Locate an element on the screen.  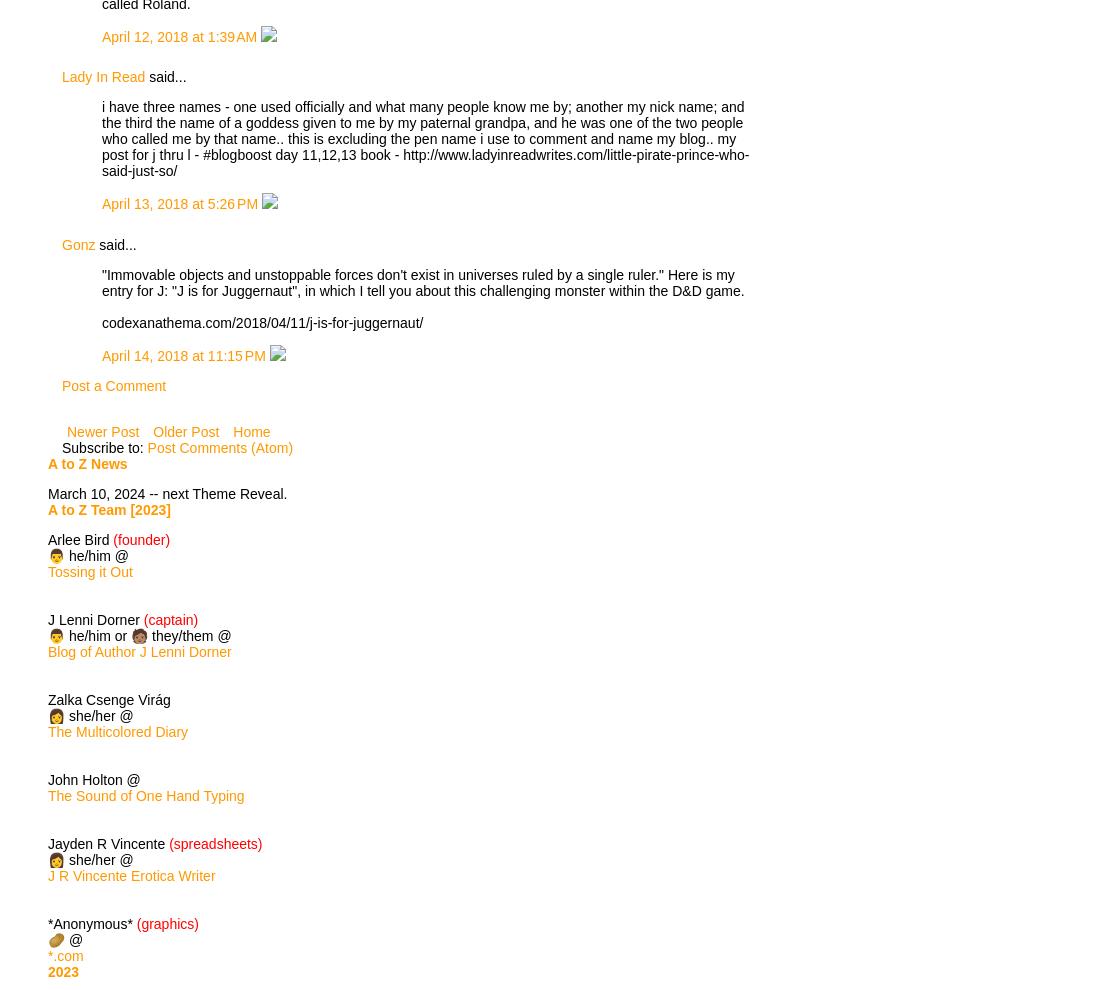
'2023' is located at coordinates (62, 971).